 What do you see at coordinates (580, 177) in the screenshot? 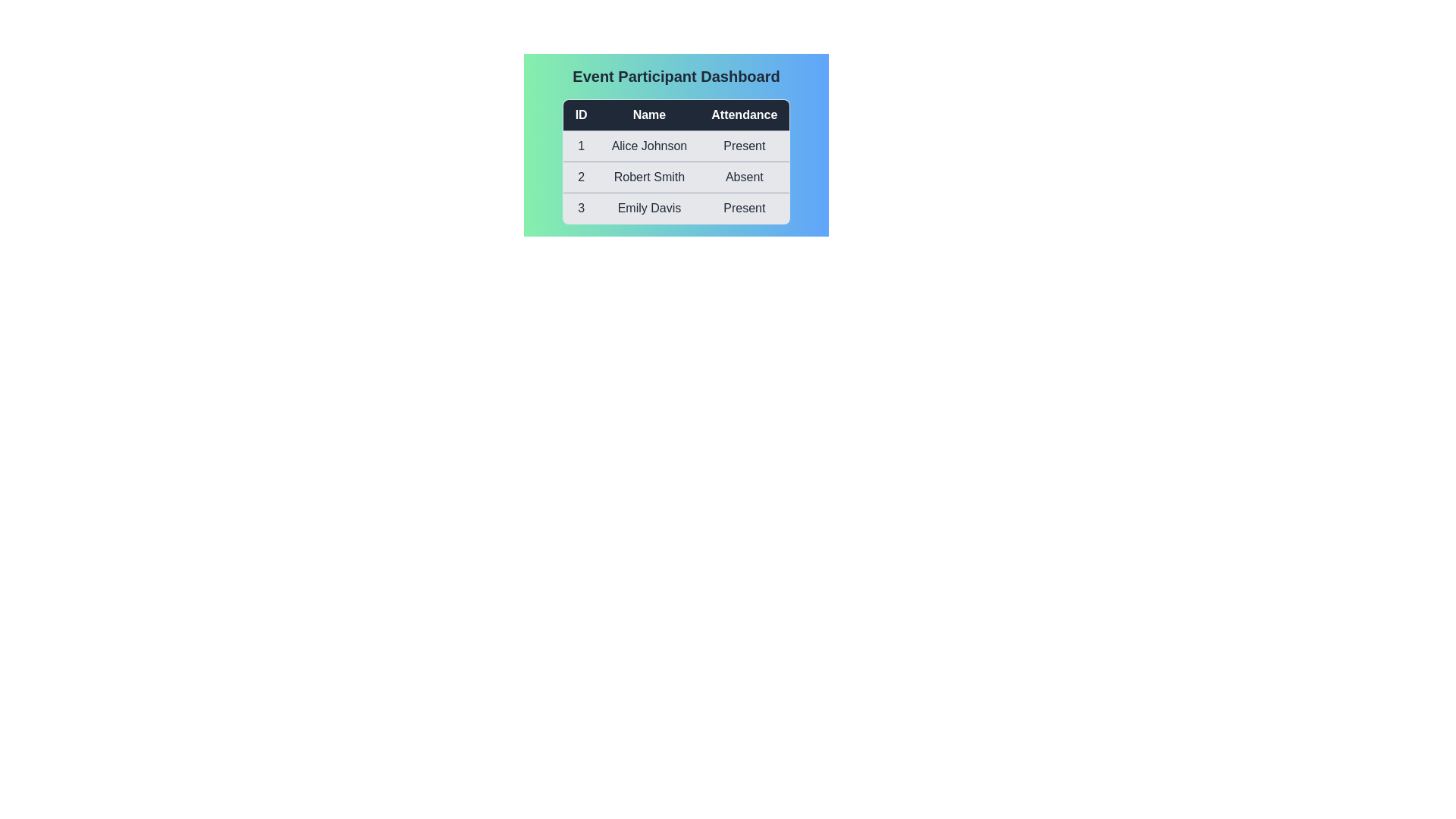
I see `the Text label in the first cell of the second row of the table, which identifies the participant's ID and is located under the 'ID' header` at bounding box center [580, 177].